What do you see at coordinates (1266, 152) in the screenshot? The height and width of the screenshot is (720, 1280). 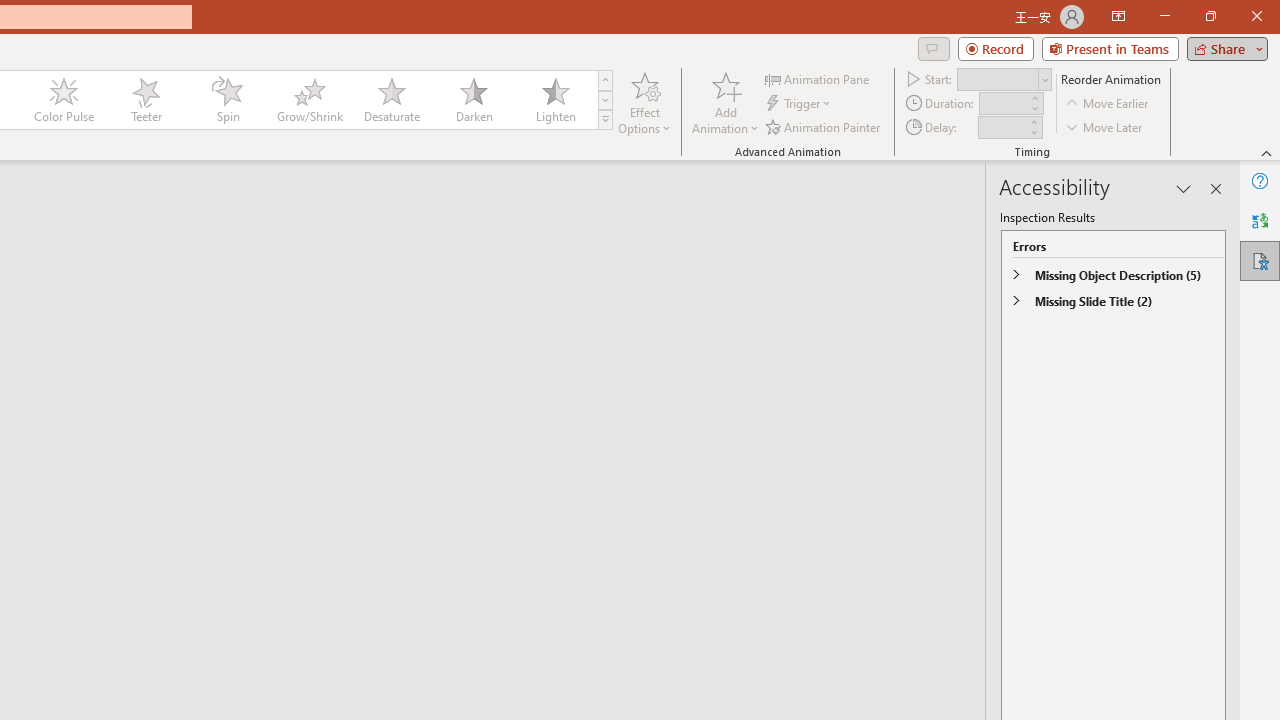 I see `'Collapse the Ribbon'` at bounding box center [1266, 152].